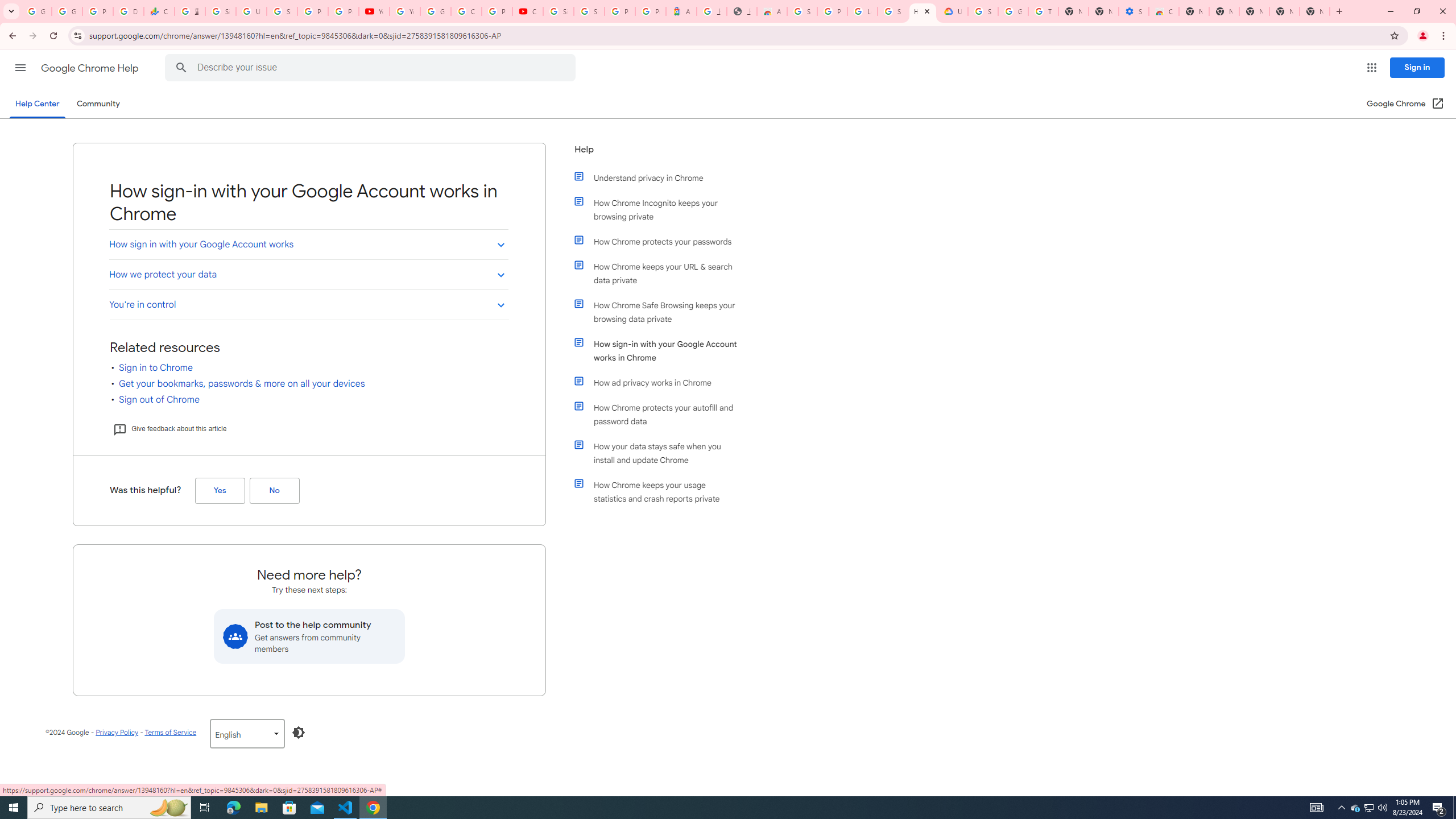  What do you see at coordinates (661, 350) in the screenshot?
I see `'How sign-in with your Google Account works in Chrome'` at bounding box center [661, 350].